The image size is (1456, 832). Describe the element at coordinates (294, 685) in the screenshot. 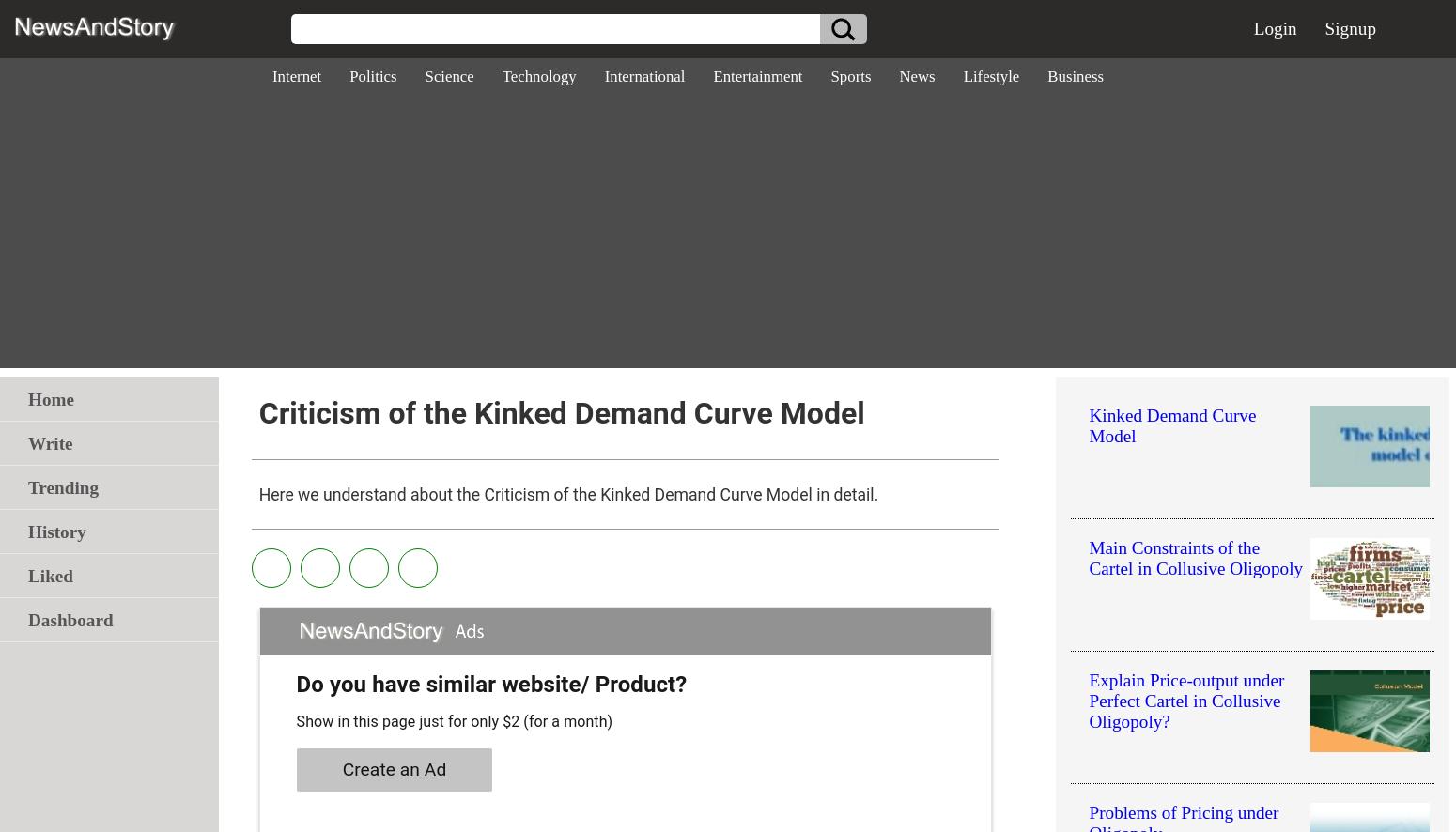

I see `'Do you have similar website/ Product?'` at that location.